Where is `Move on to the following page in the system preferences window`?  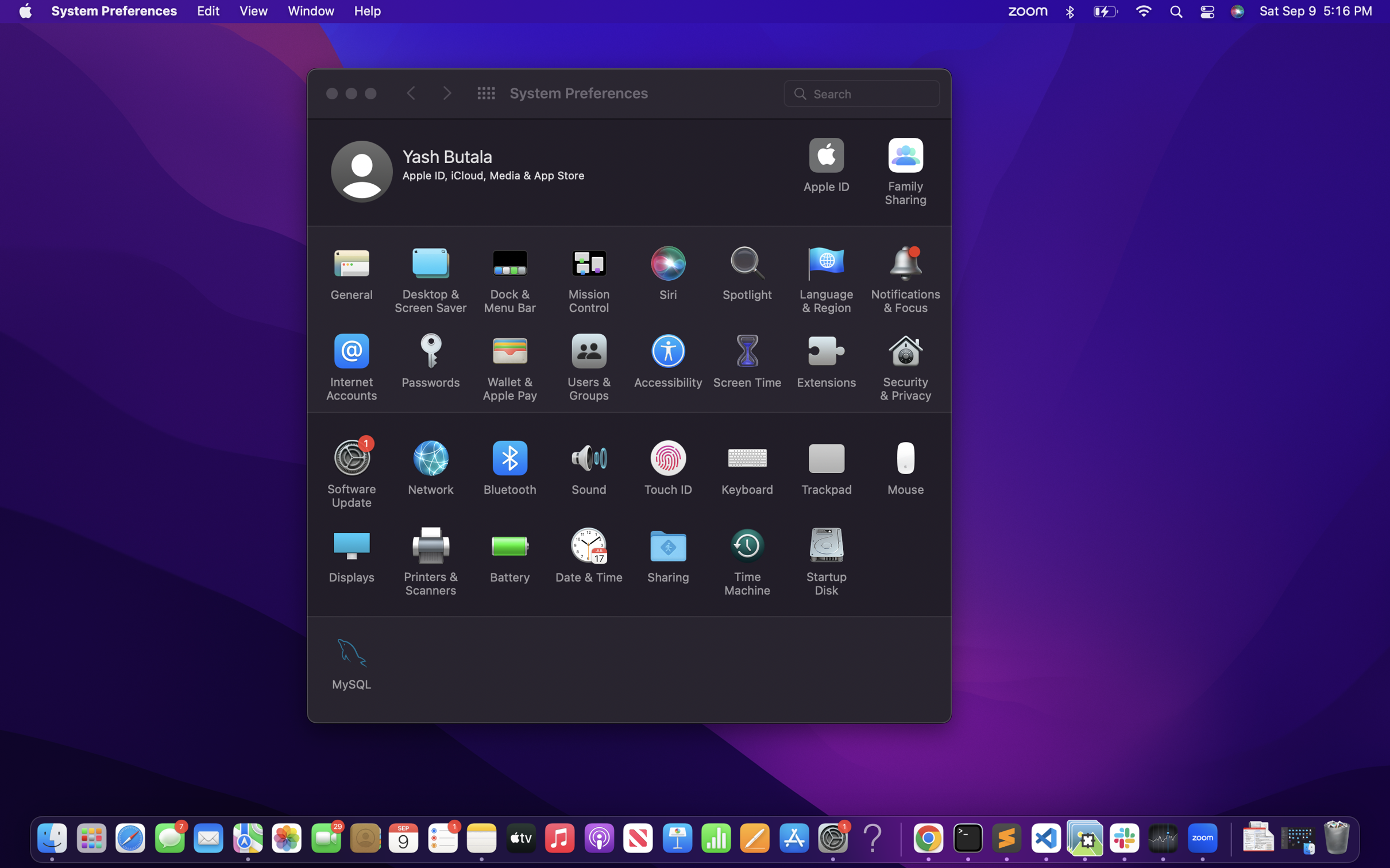
Move on to the following page in the system preferences window is located at coordinates (447, 93).